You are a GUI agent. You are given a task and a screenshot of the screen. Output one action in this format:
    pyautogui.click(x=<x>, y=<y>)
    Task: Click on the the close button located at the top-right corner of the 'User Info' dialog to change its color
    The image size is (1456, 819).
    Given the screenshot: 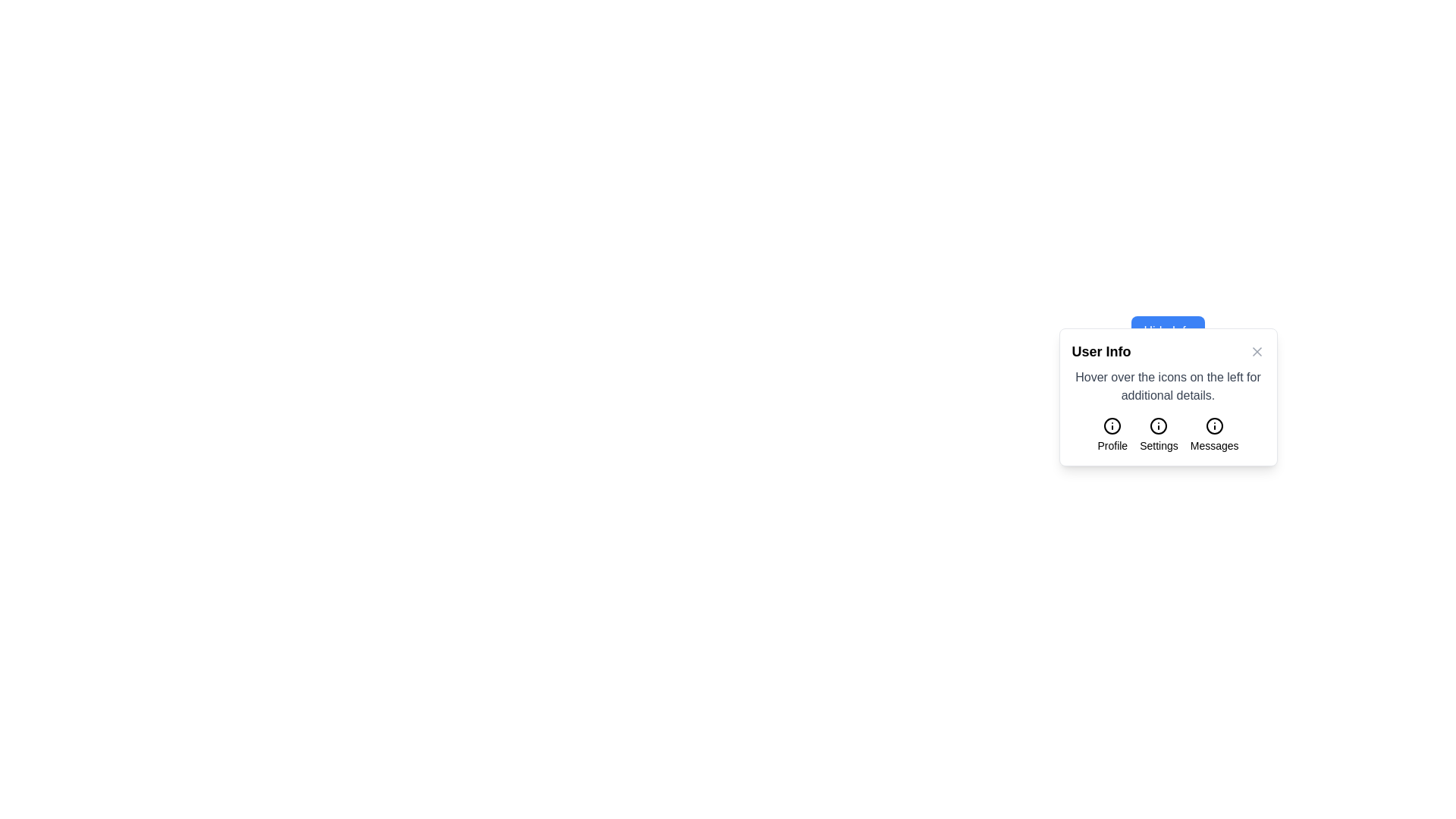 What is the action you would take?
    pyautogui.click(x=1257, y=351)
    